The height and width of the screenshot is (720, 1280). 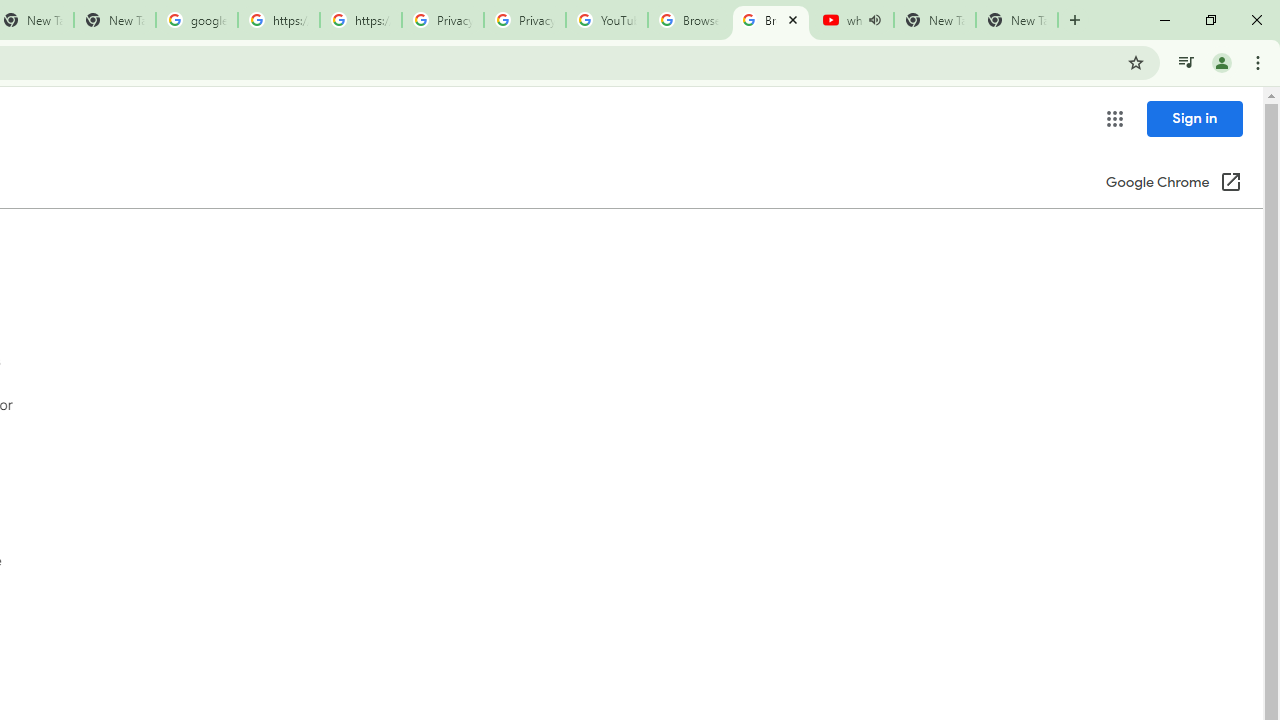 I want to click on 'Google Chrome (Open in a new window)', so click(x=1173, y=183).